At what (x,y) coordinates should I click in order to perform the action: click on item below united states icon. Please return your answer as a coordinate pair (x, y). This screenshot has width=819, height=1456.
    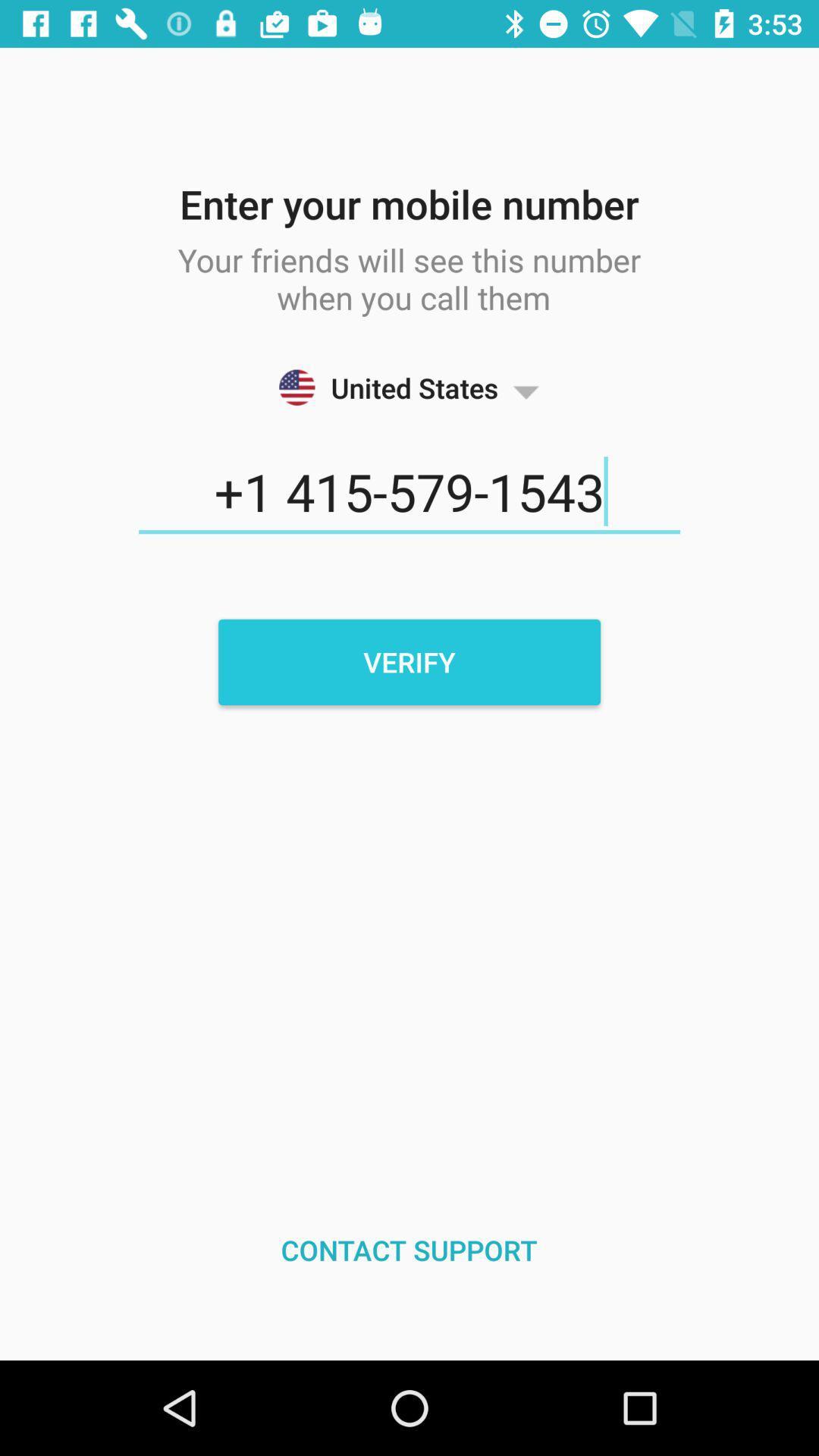
    Looking at the image, I should click on (409, 492).